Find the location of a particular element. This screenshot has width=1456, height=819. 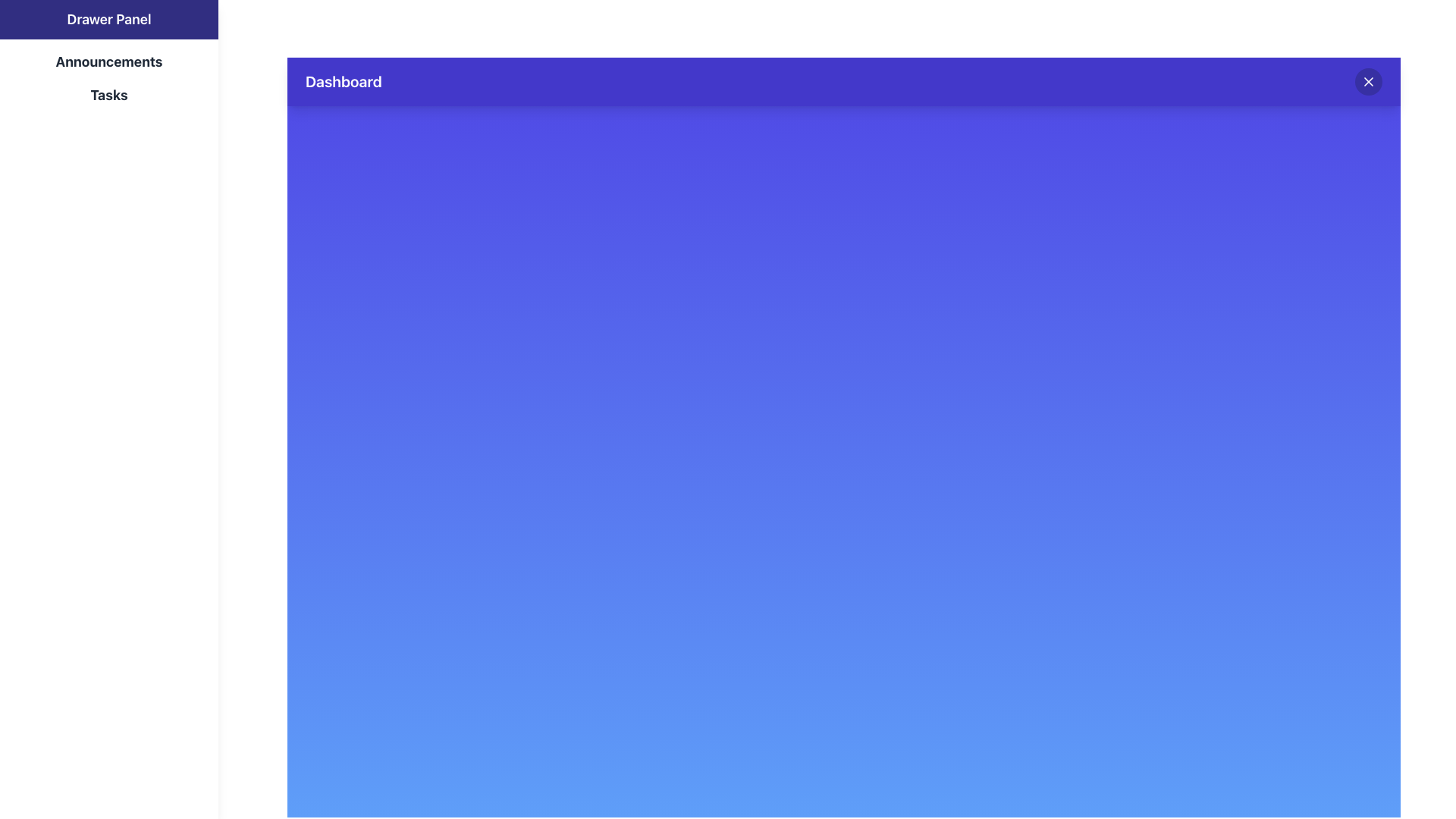

the bold text label displaying 'Tasks' located underneath 'Announcements' in the left panel of the interface is located at coordinates (108, 96).